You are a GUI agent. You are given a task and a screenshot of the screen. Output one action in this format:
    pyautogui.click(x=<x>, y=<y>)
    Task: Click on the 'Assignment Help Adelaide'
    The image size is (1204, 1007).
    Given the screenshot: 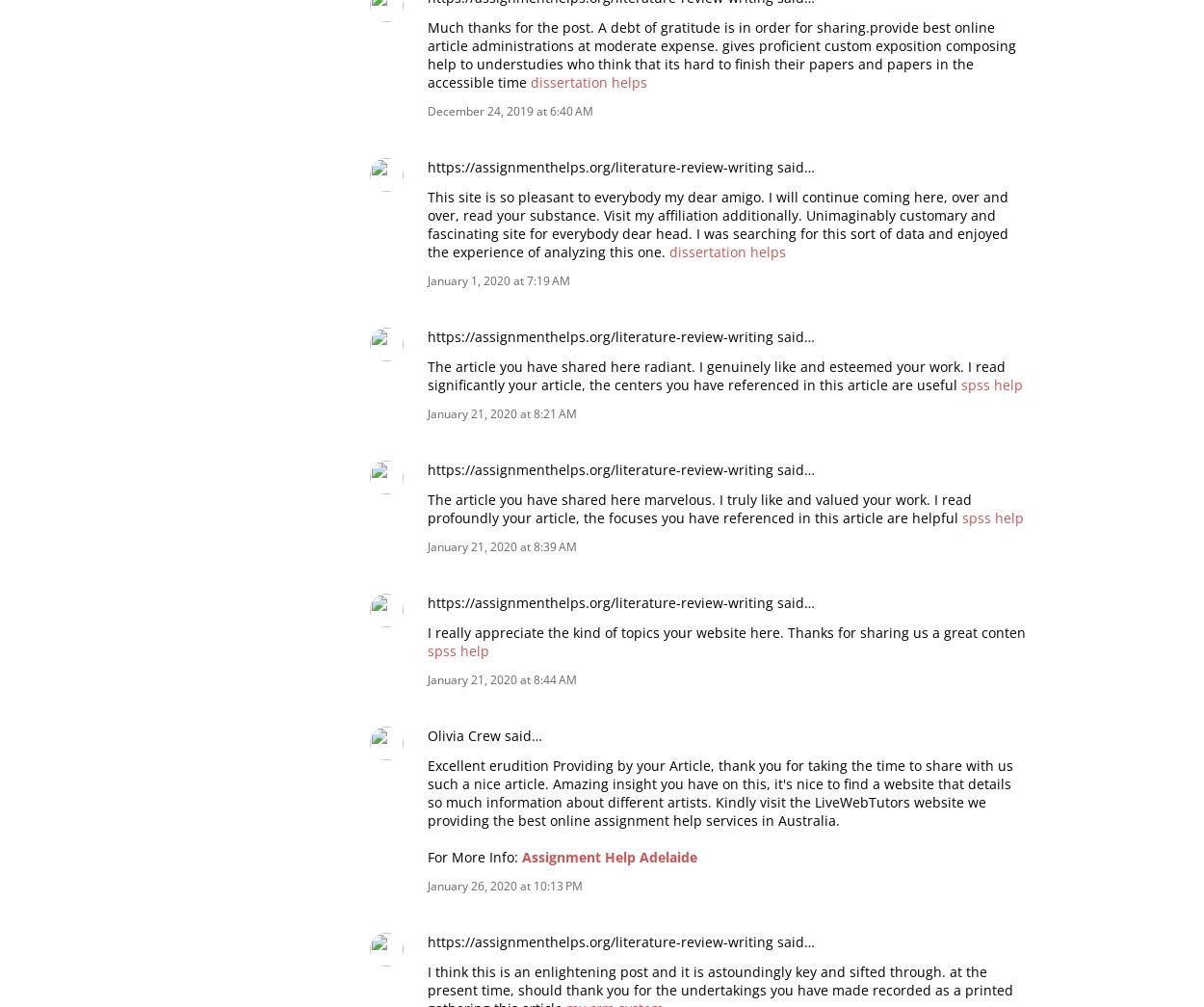 What is the action you would take?
    pyautogui.click(x=610, y=856)
    